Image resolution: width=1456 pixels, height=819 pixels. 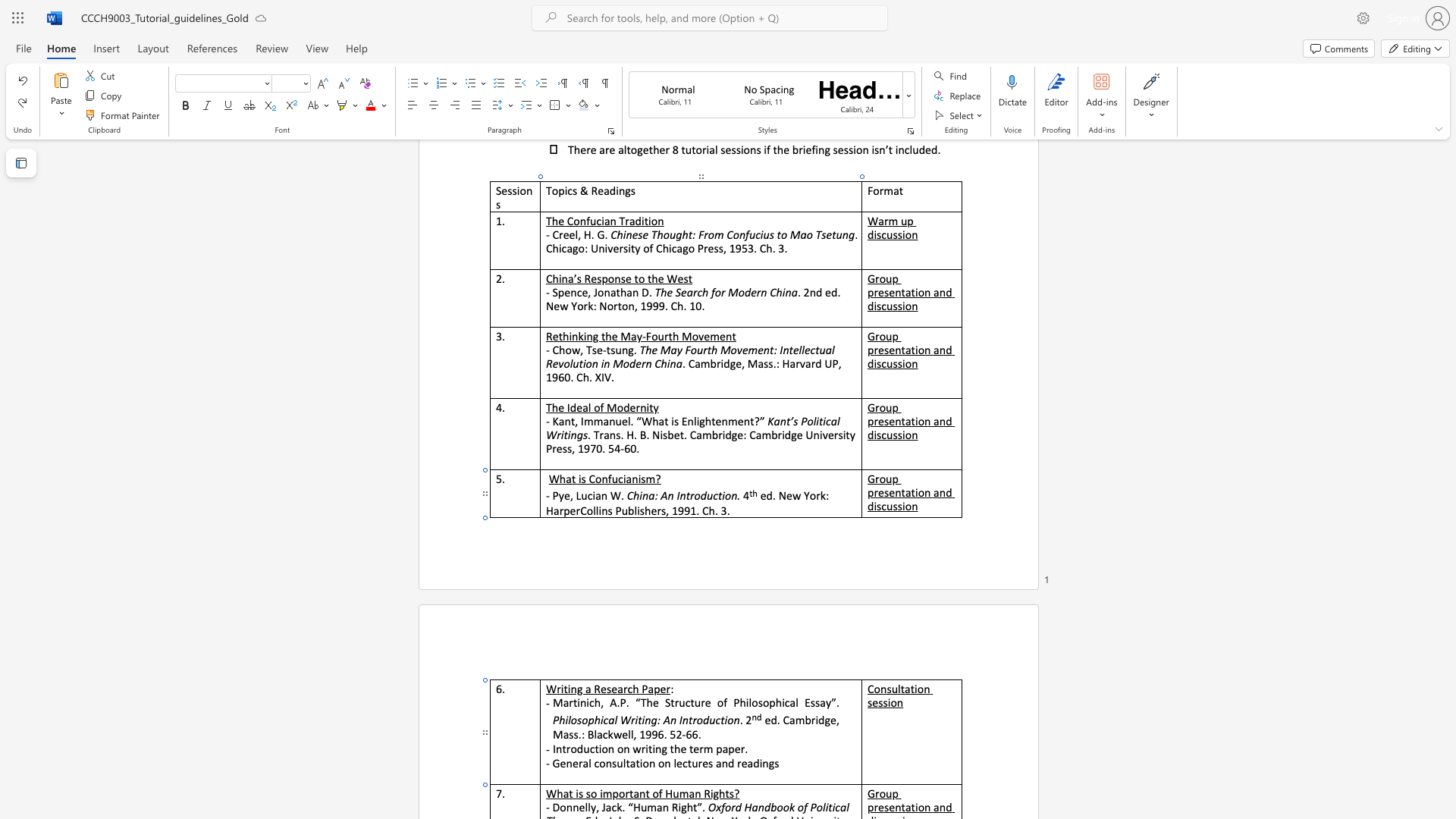 What do you see at coordinates (579, 689) in the screenshot?
I see `the 1th character "g" in the text` at bounding box center [579, 689].